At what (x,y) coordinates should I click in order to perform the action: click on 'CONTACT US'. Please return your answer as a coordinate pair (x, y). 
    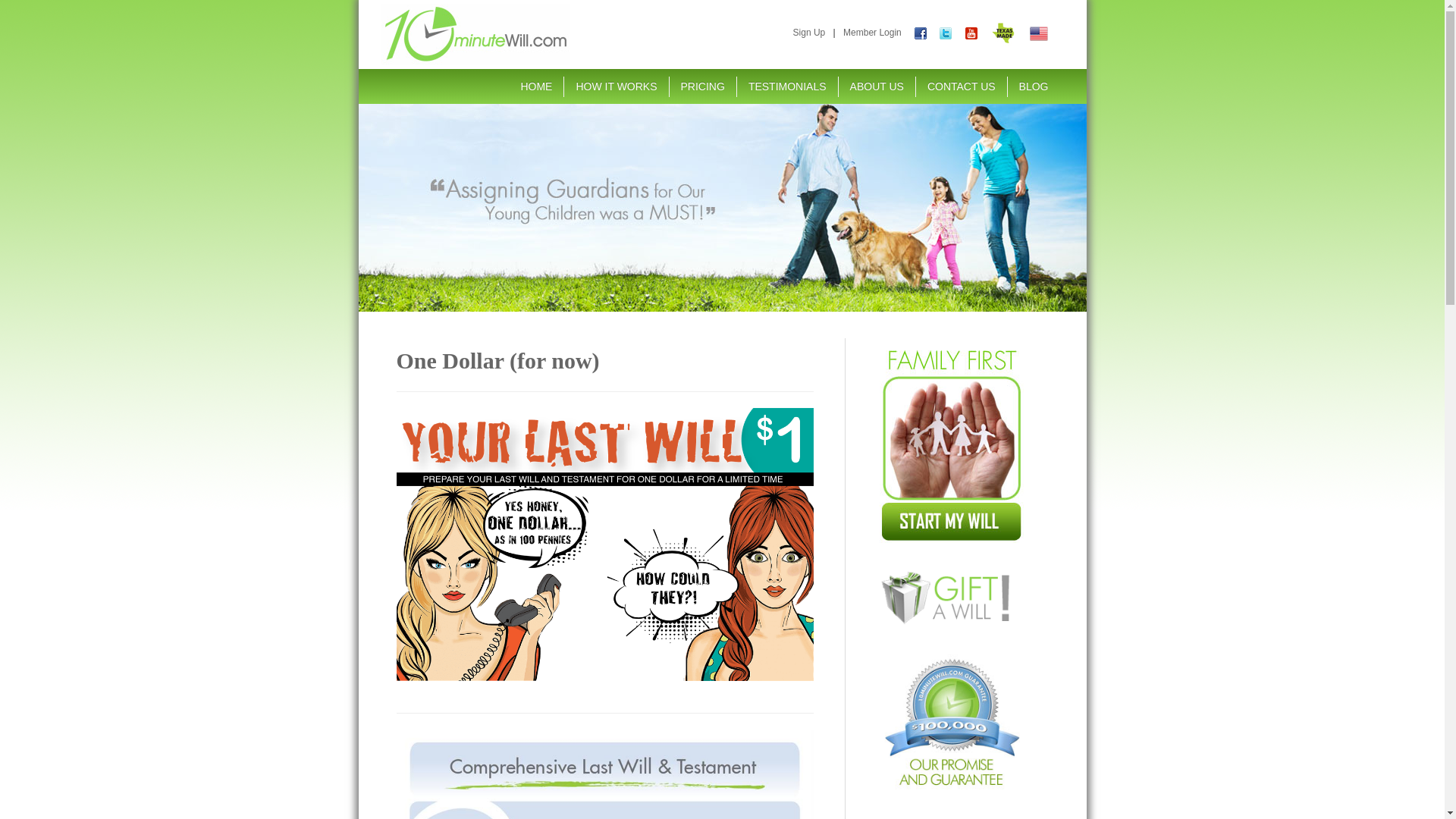
    Looking at the image, I should click on (960, 86).